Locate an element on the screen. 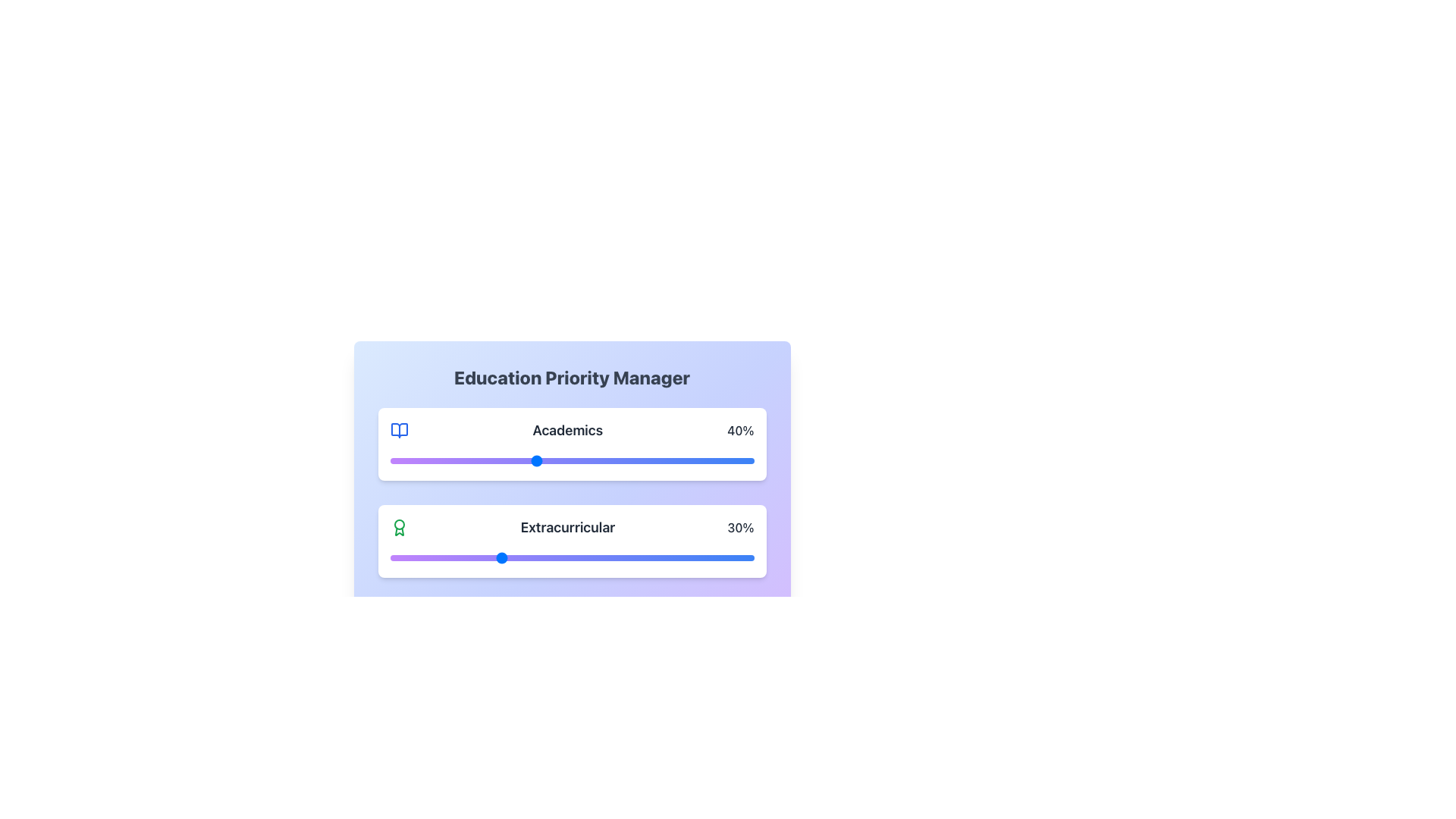  the open book icon is located at coordinates (399, 430).